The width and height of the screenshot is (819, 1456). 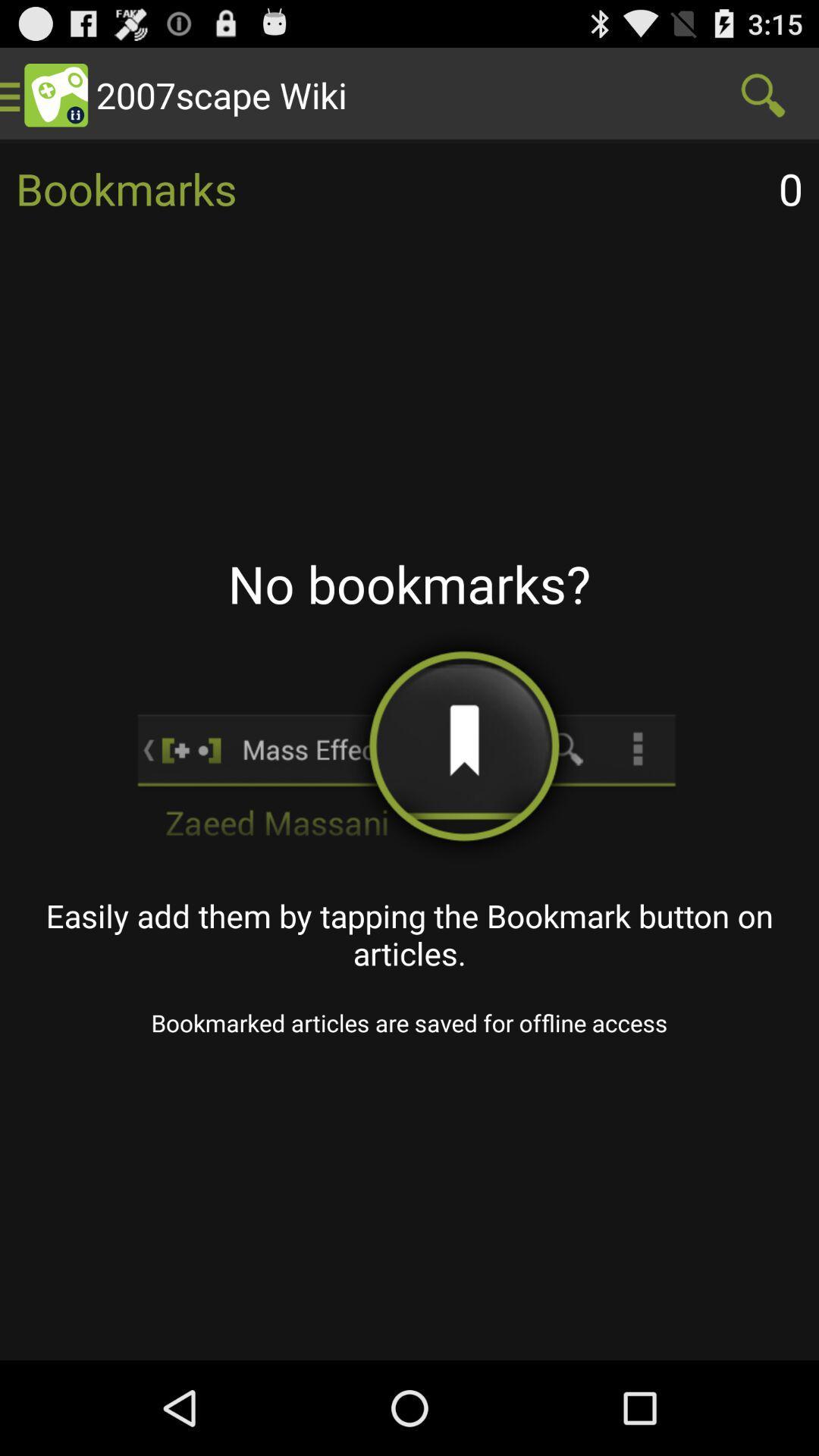 I want to click on the icon to the right of 2007scape wiki icon, so click(x=763, y=94).